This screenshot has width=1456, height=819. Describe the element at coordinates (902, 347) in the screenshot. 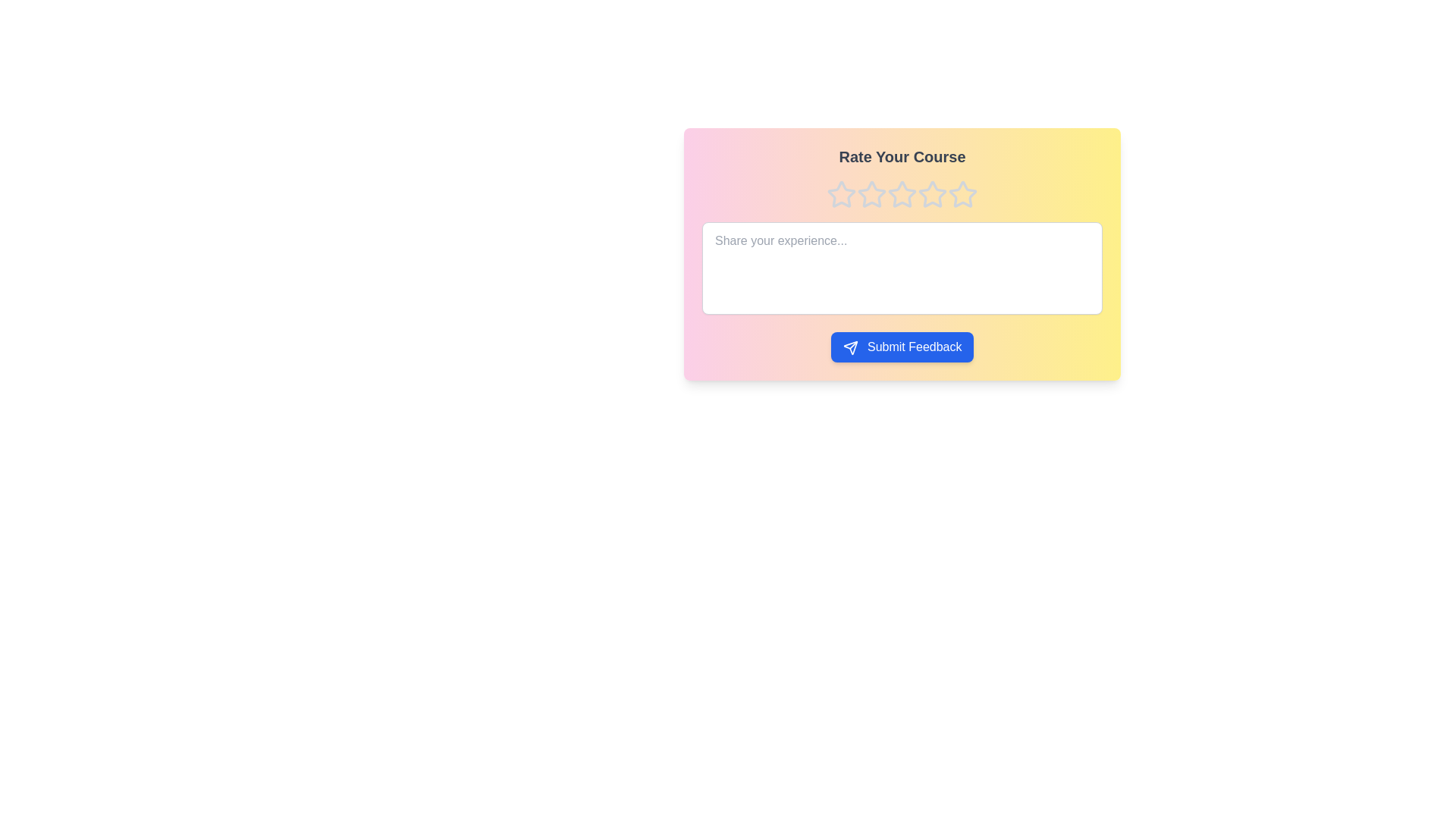

I see `the submit button located at the bottom center of the feedback form interface` at that location.